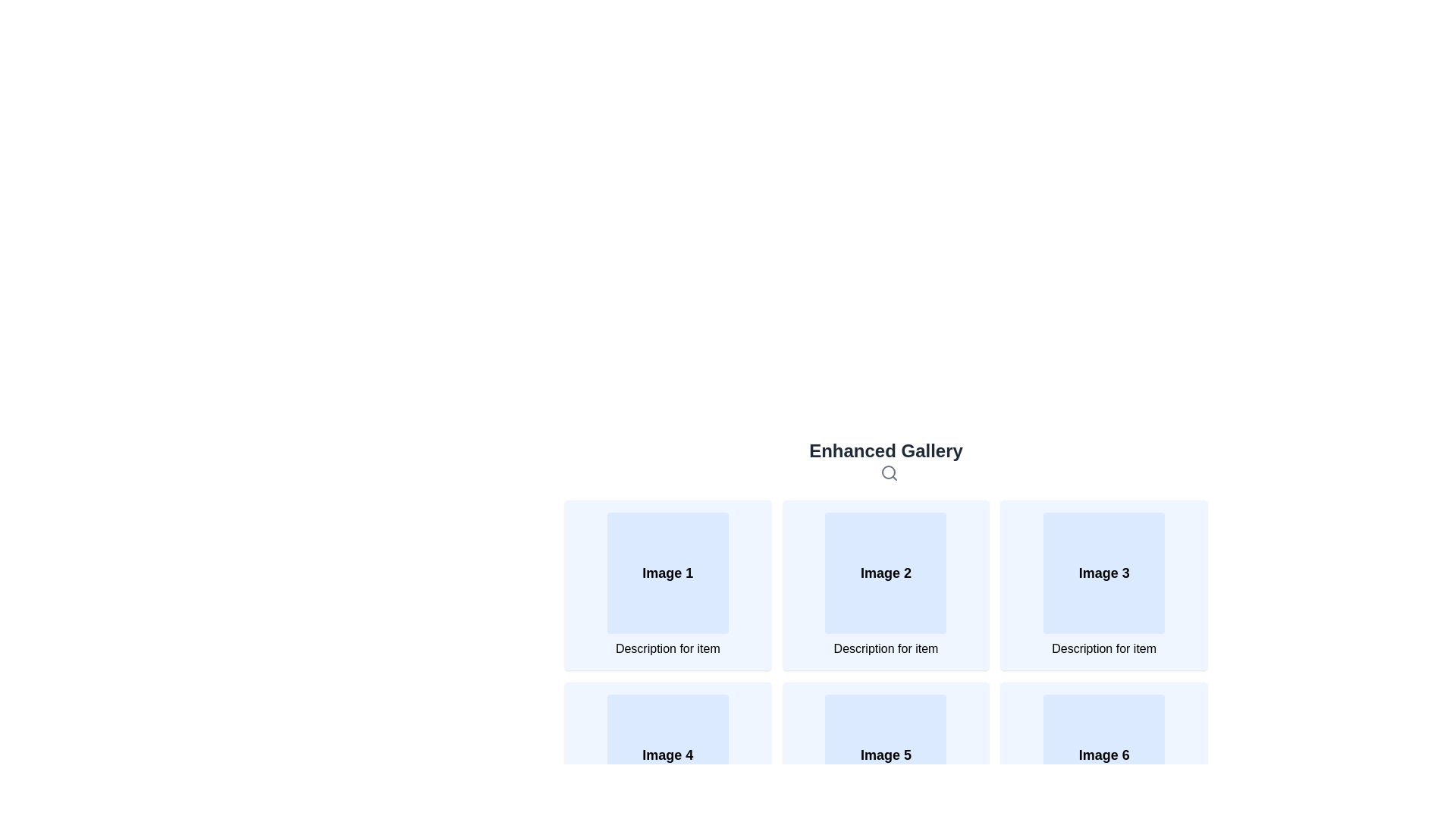 The width and height of the screenshot is (1456, 819). Describe the element at coordinates (888, 471) in the screenshot. I see `the decorative lens component of the magnifying glass icon, located at the top-right section of the interface, slightly below the text 'Enhanced Gallery'` at that location.